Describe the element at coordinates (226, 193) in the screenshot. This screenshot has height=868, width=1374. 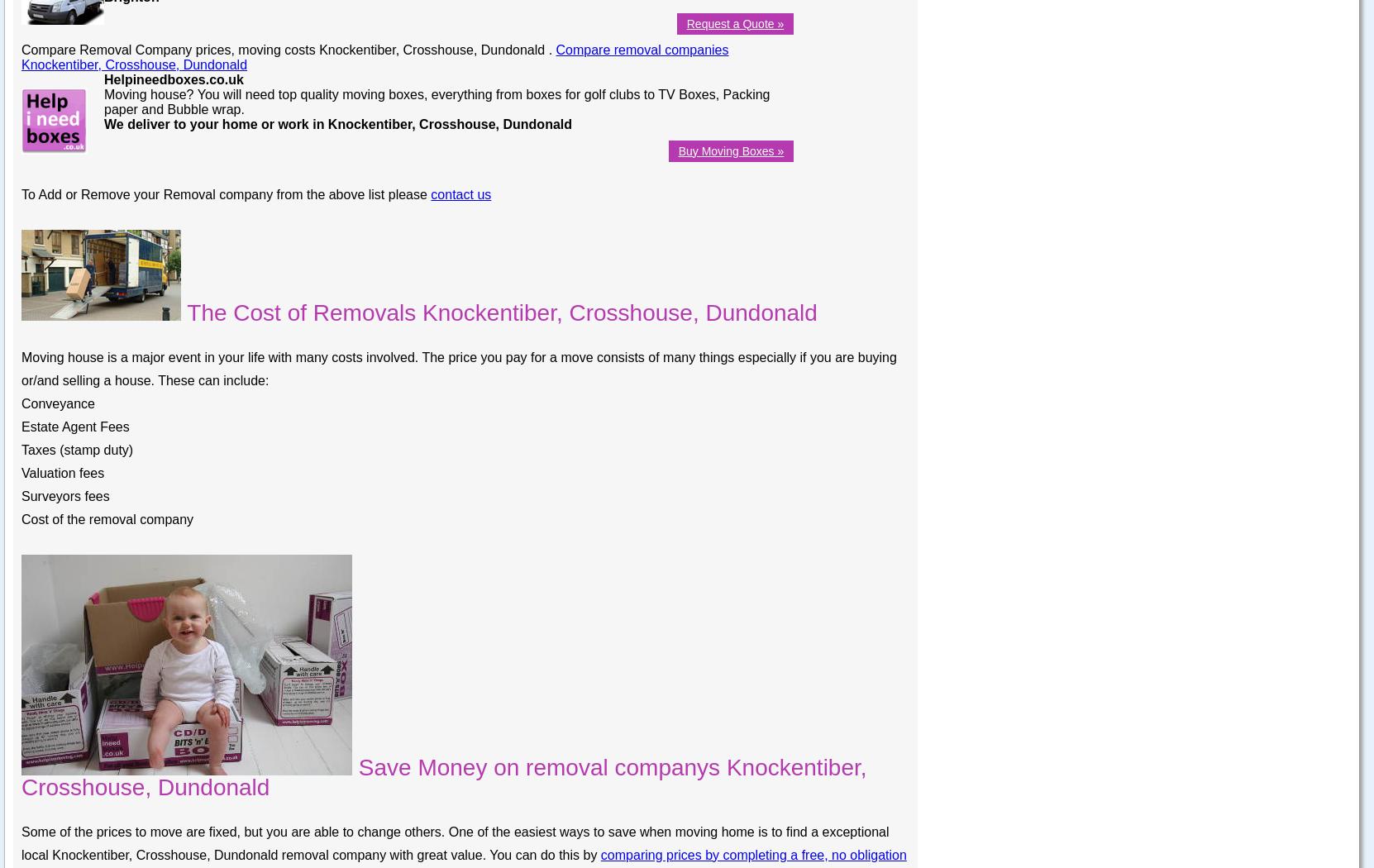
I see `'To Add or Remove your Removal company from the above list please'` at that location.